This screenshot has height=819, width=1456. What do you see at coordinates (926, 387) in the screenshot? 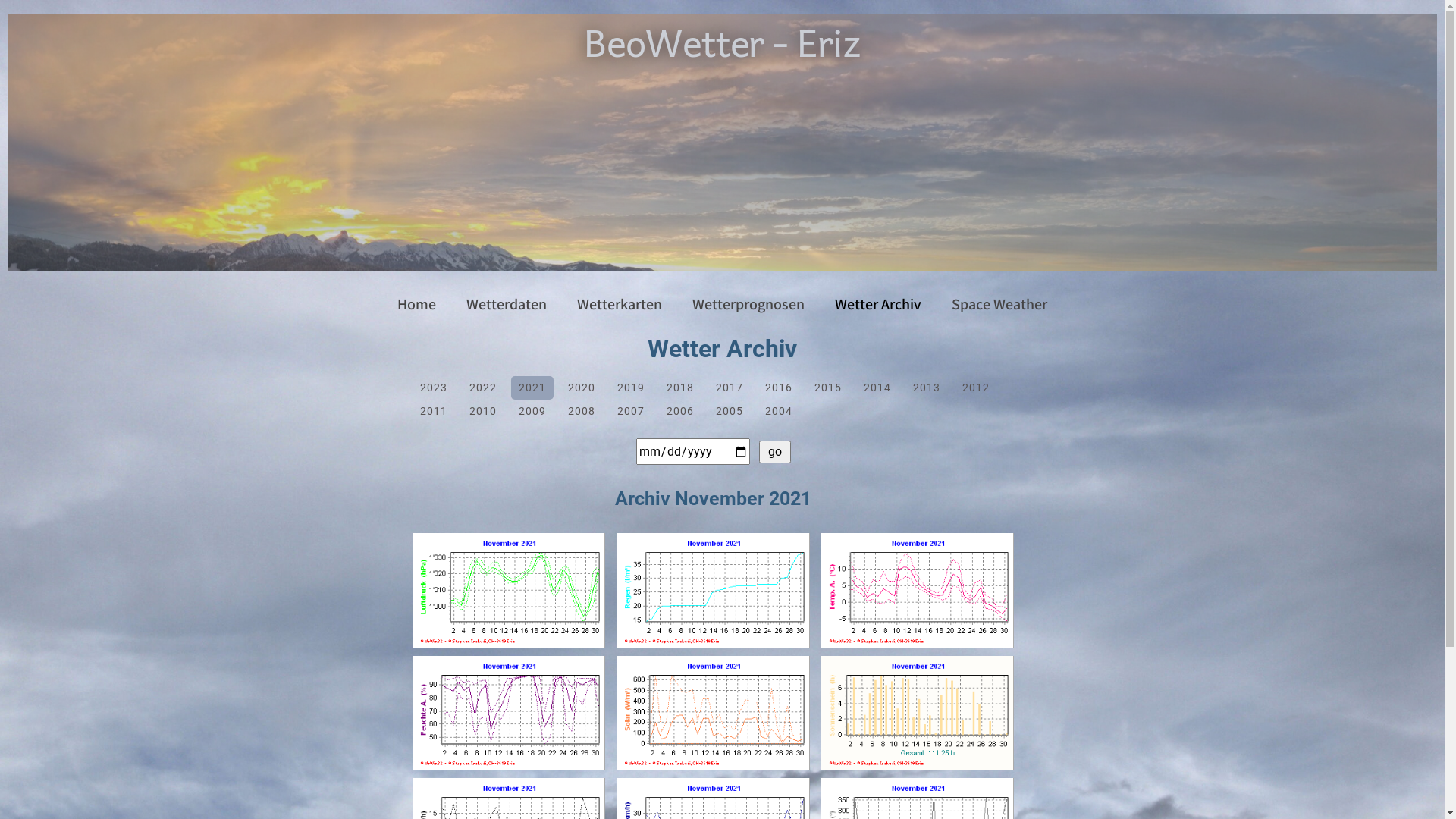
I see `'2013'` at bounding box center [926, 387].